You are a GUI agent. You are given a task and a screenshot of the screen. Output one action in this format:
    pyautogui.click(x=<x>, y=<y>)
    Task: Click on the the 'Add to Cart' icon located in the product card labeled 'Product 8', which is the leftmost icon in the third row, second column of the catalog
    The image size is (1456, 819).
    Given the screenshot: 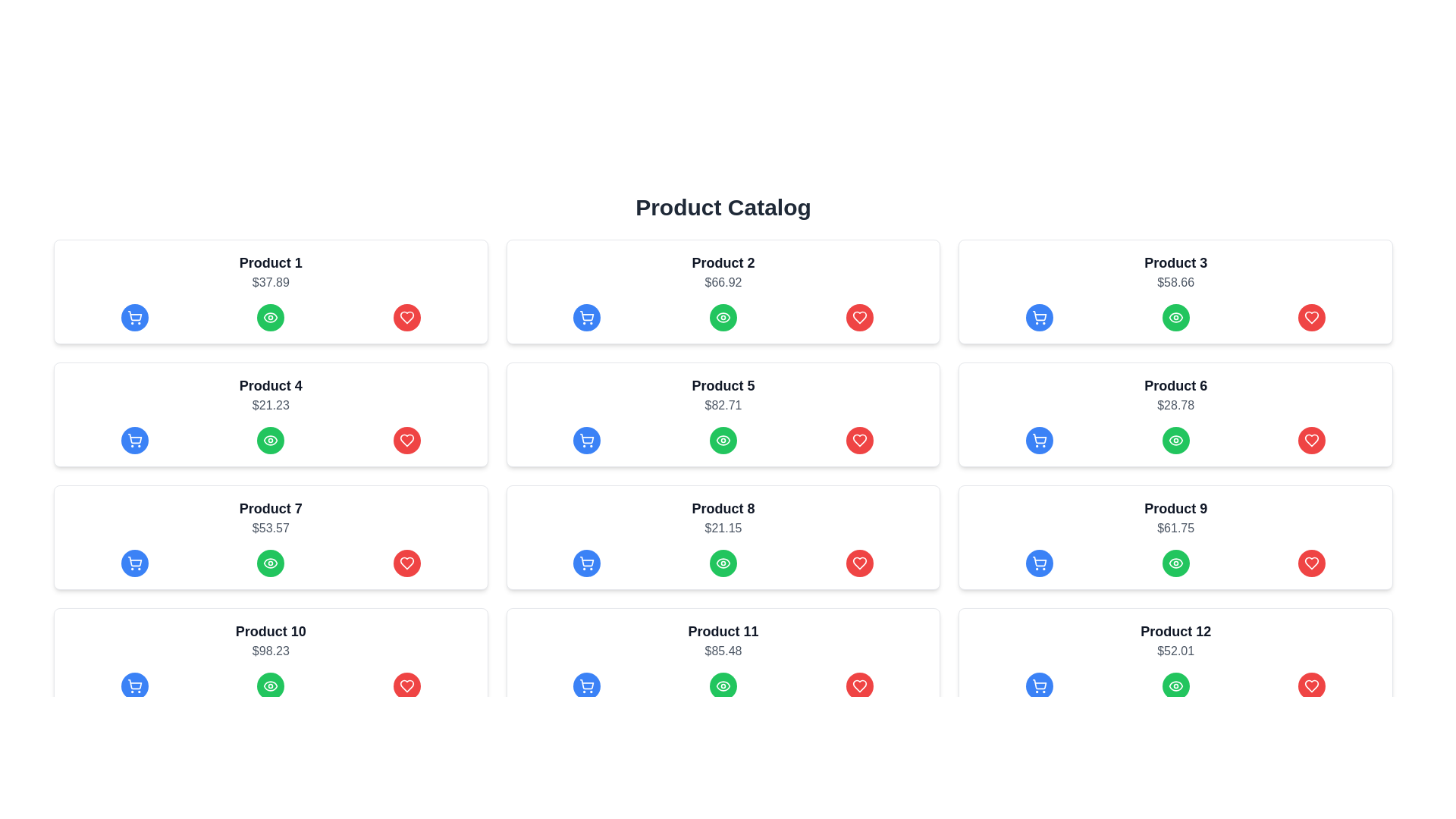 What is the action you would take?
    pyautogui.click(x=586, y=561)
    